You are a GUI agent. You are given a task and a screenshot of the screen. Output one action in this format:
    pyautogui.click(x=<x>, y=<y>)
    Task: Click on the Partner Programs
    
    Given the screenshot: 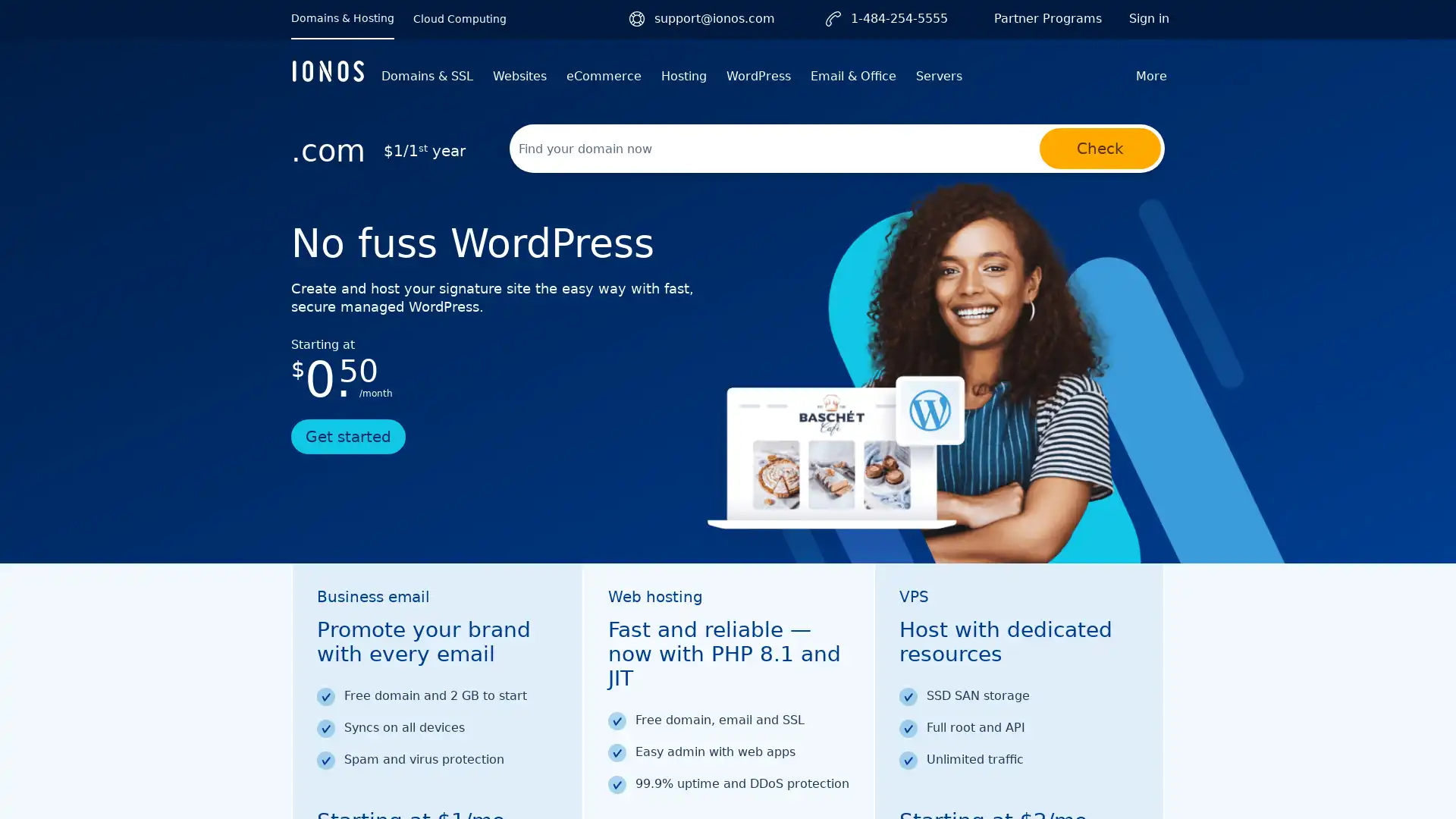 What is the action you would take?
    pyautogui.click(x=1047, y=18)
    